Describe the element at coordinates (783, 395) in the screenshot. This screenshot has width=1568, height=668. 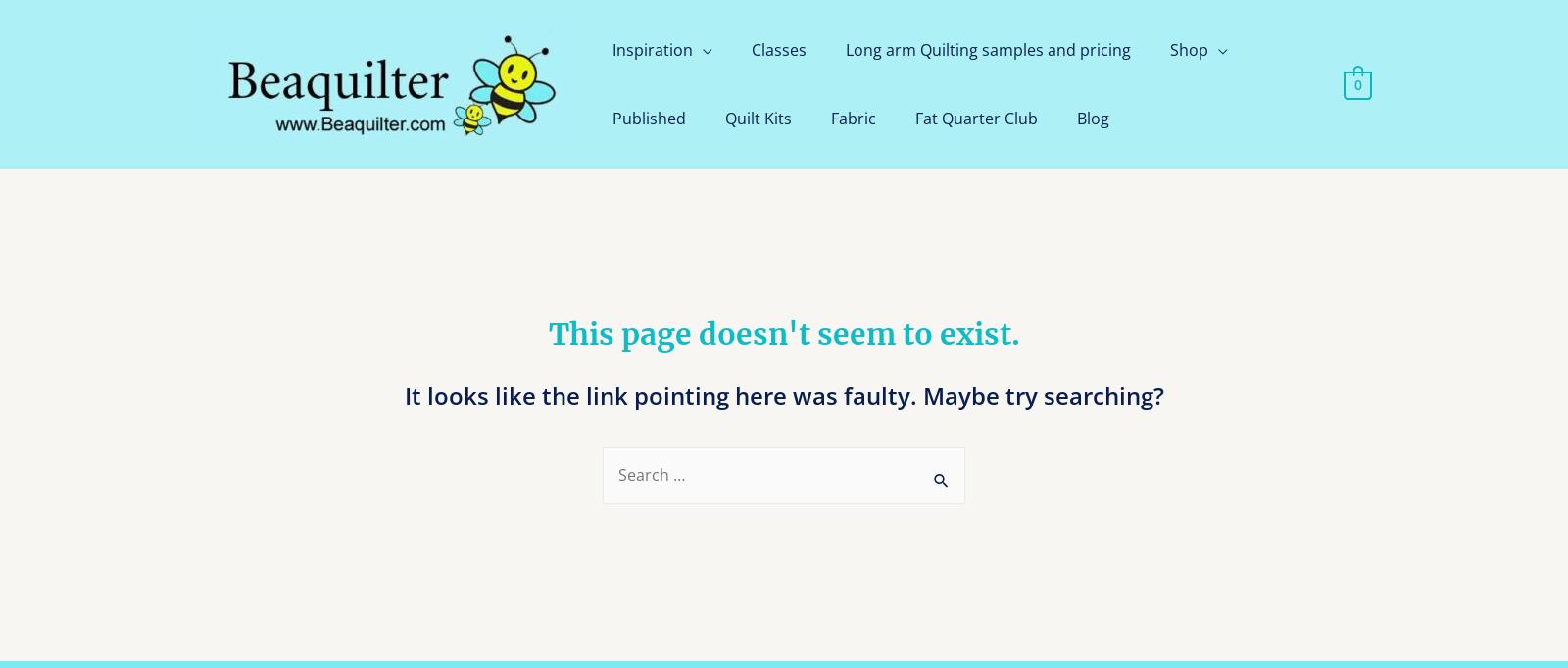
I see `'It looks like the link pointing here was faulty. Maybe try searching?'` at that location.